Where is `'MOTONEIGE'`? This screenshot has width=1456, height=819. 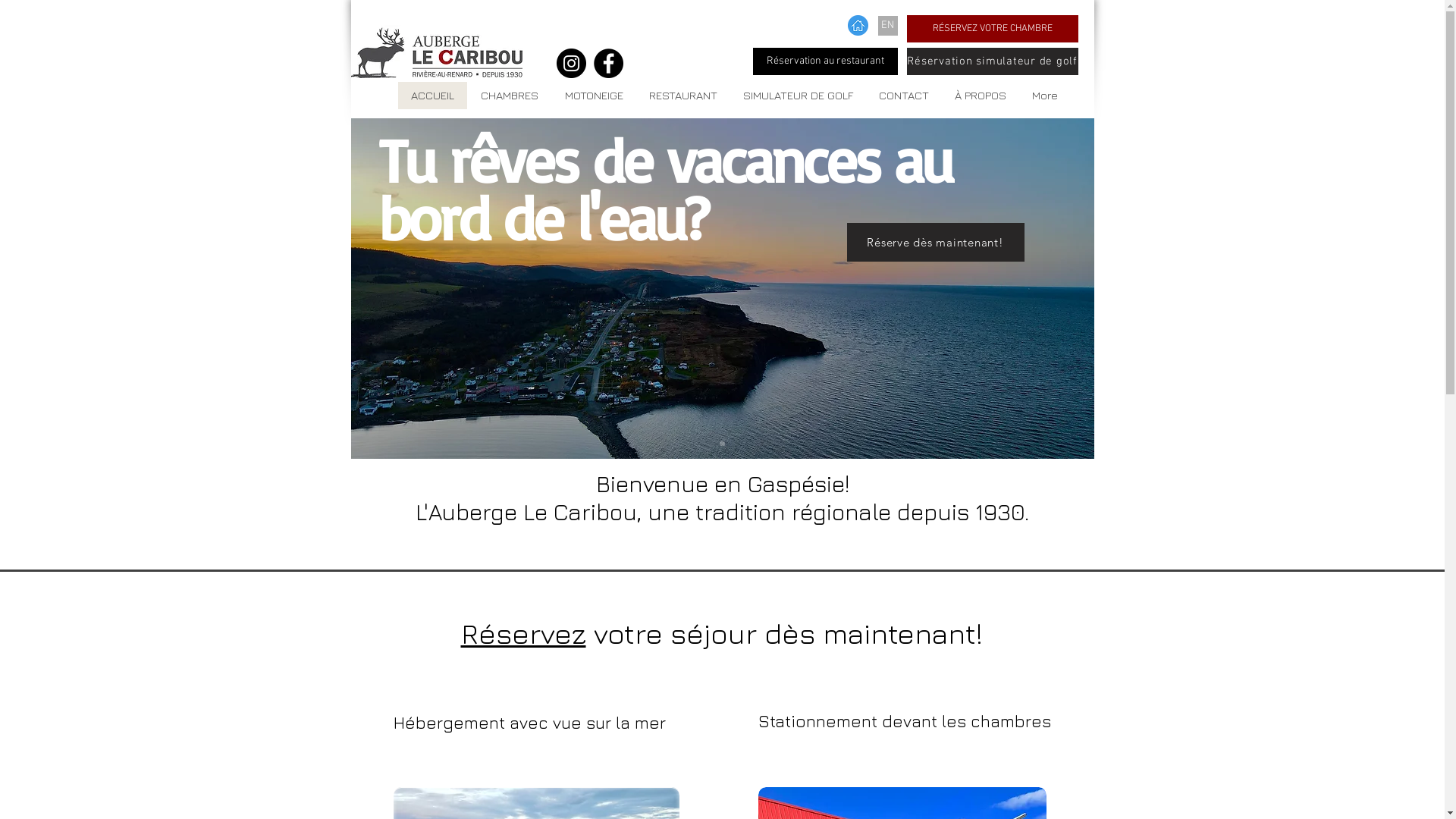 'MOTONEIGE' is located at coordinates (549, 96).